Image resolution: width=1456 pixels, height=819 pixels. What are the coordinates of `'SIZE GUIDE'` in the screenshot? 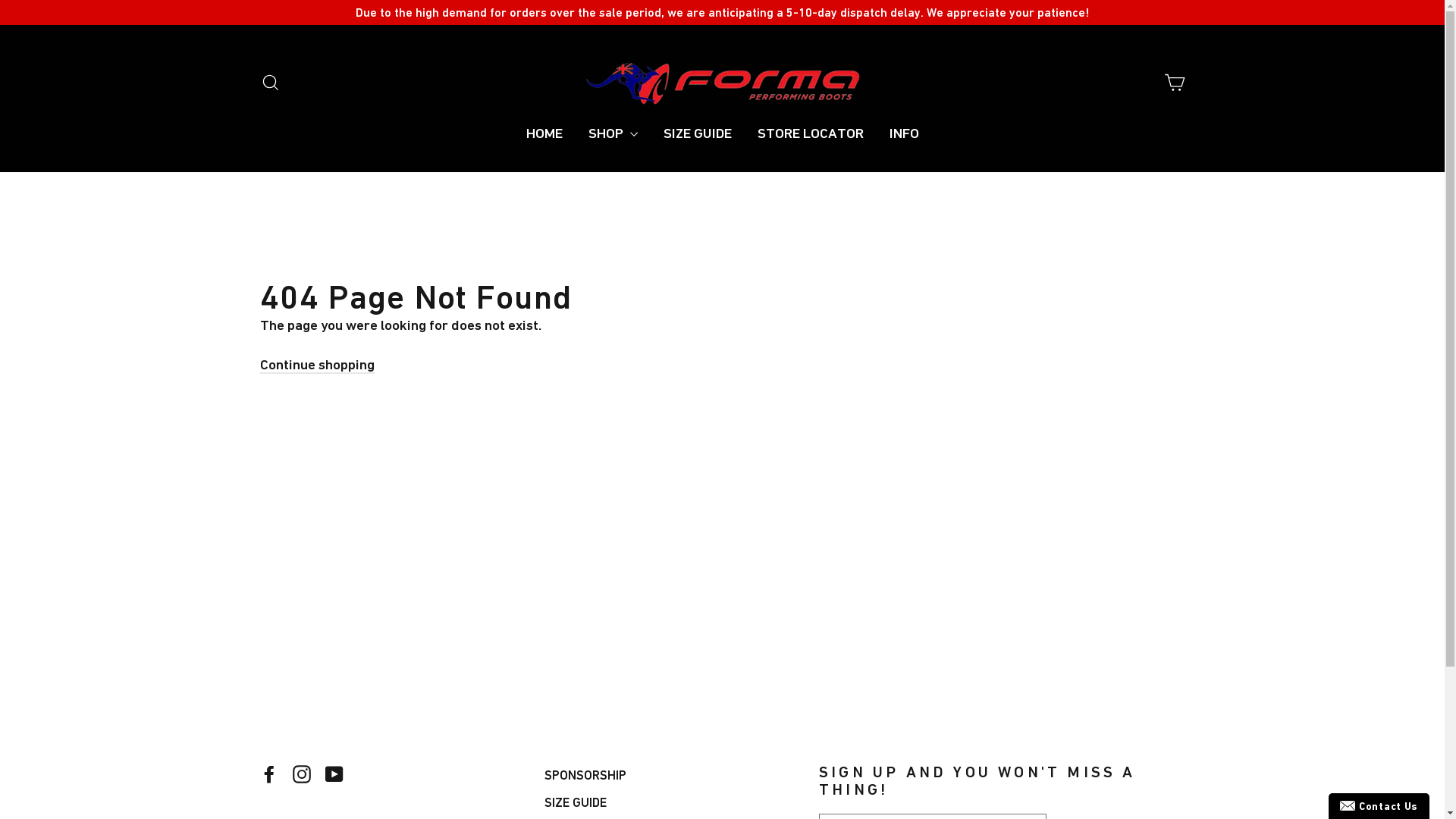 It's located at (697, 133).